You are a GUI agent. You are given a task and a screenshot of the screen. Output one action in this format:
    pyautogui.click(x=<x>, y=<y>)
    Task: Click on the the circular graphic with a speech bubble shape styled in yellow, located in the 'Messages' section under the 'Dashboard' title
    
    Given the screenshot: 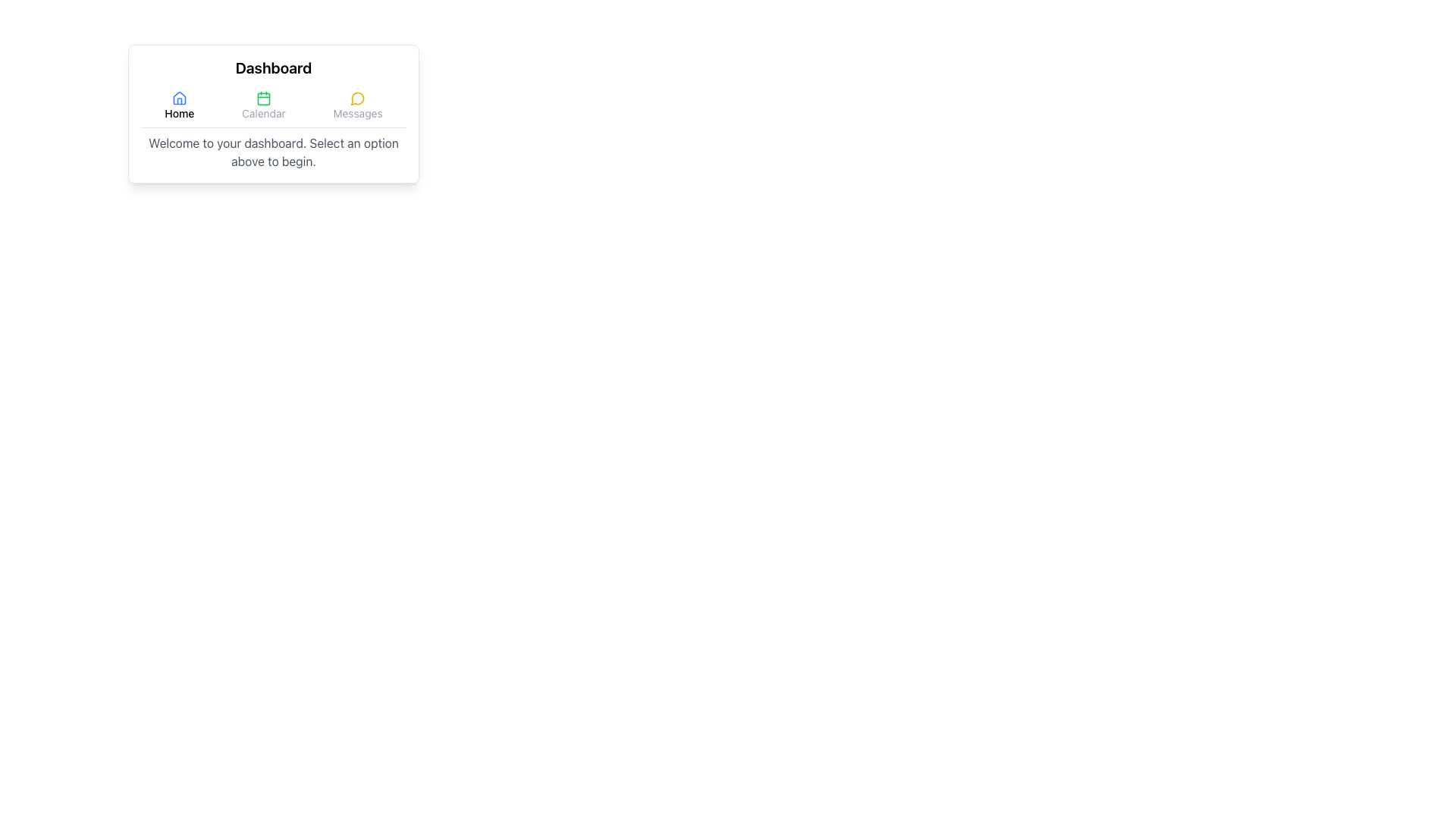 What is the action you would take?
    pyautogui.click(x=356, y=99)
    